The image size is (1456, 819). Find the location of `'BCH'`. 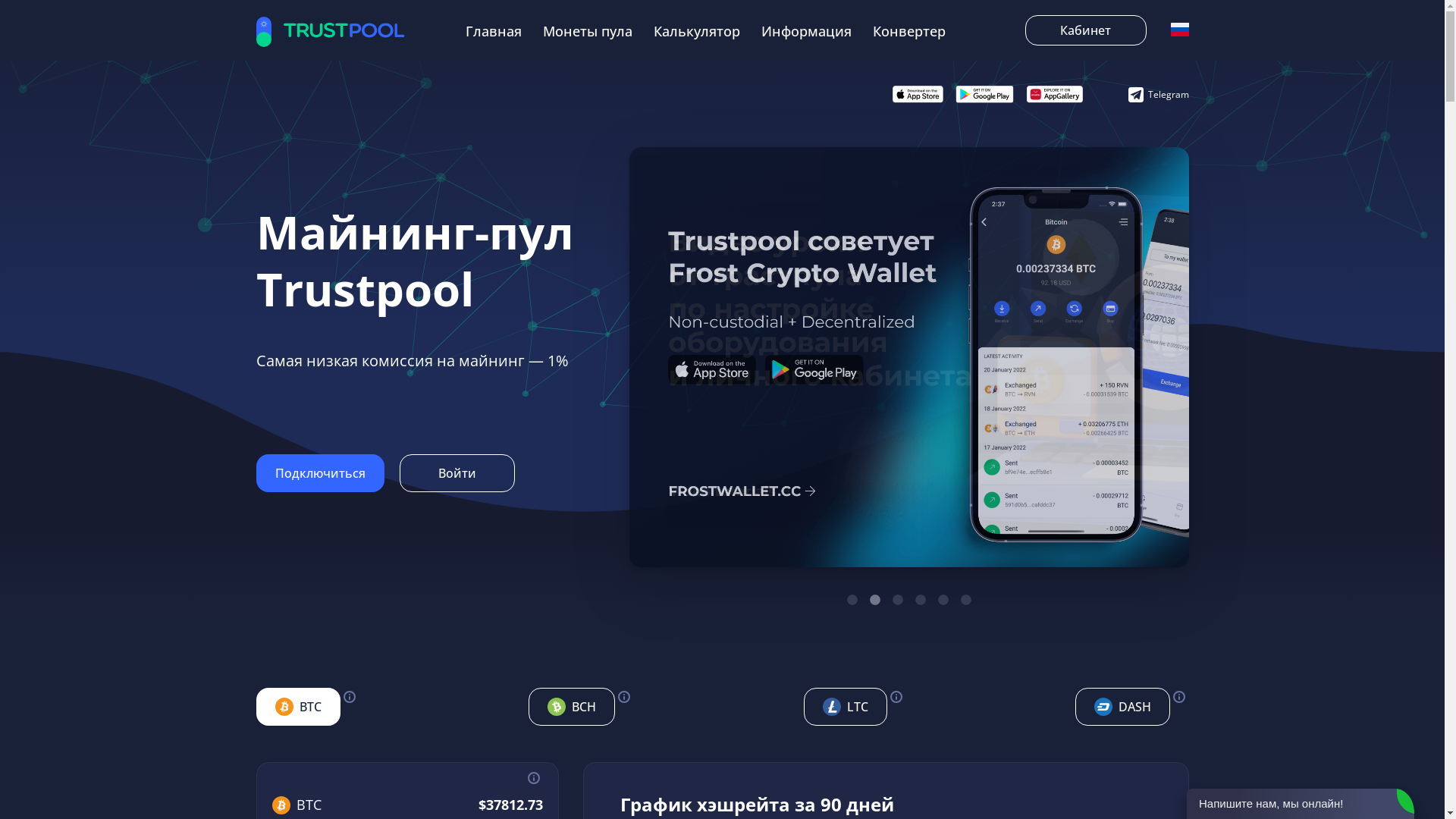

'BCH' is located at coordinates (570, 705).